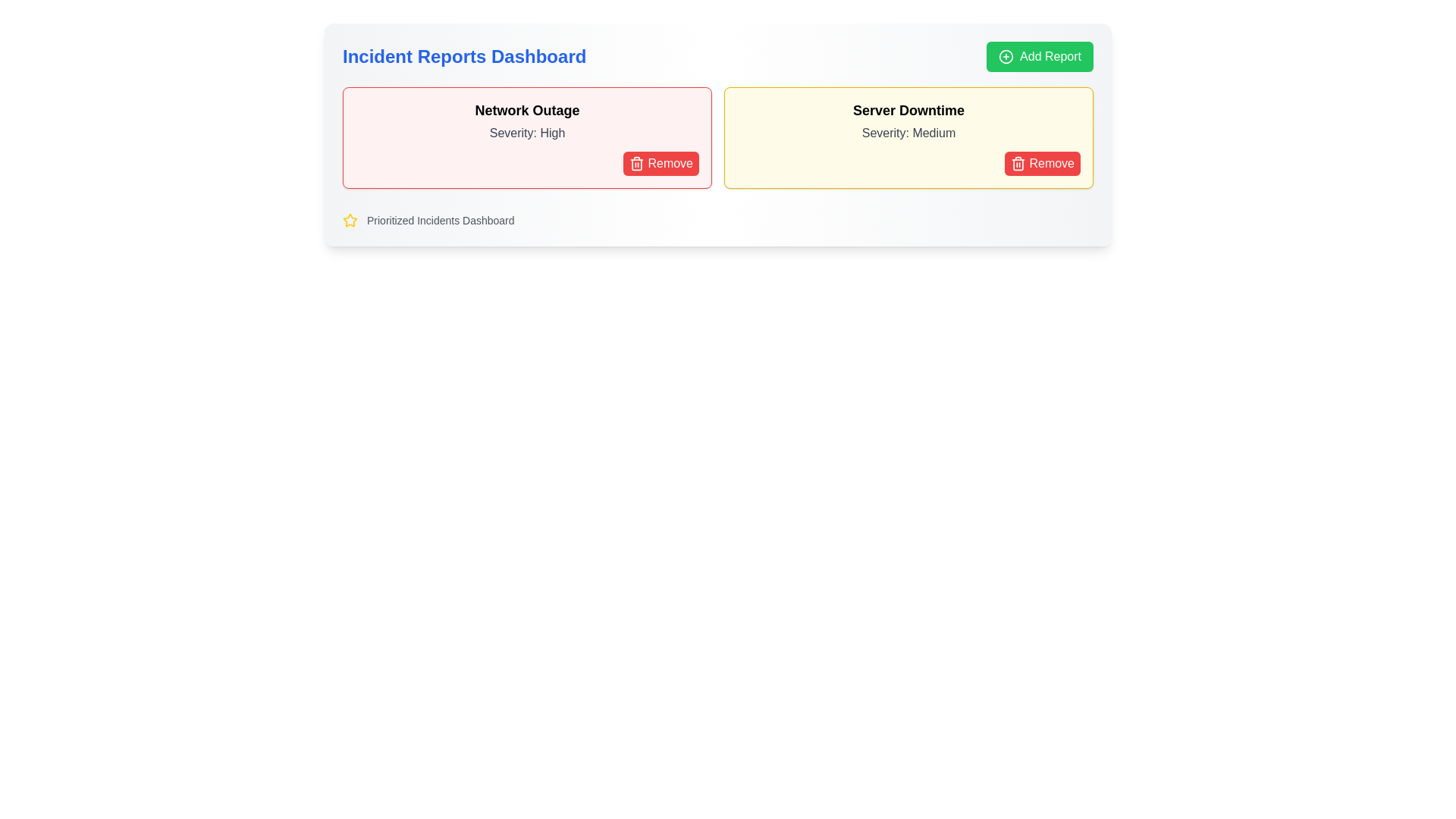 This screenshot has height=819, width=1456. Describe the element at coordinates (1006, 55) in the screenshot. I see `the circular icon within the green 'Add Report' button located in the top-right area of the interface for contextual understanding` at that location.